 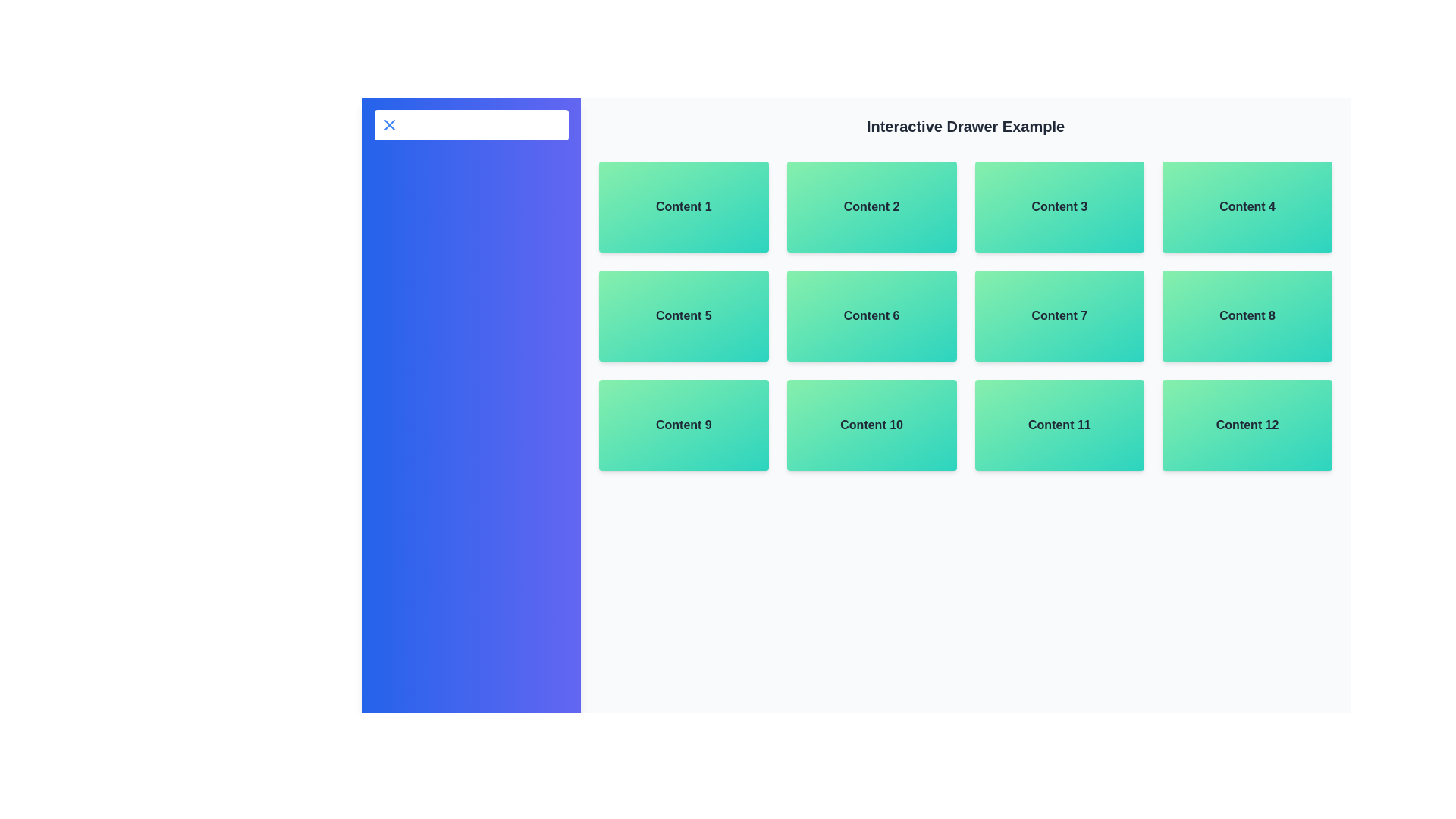 What do you see at coordinates (471, 124) in the screenshot?
I see `the toggle button to toggle the drawer's state` at bounding box center [471, 124].